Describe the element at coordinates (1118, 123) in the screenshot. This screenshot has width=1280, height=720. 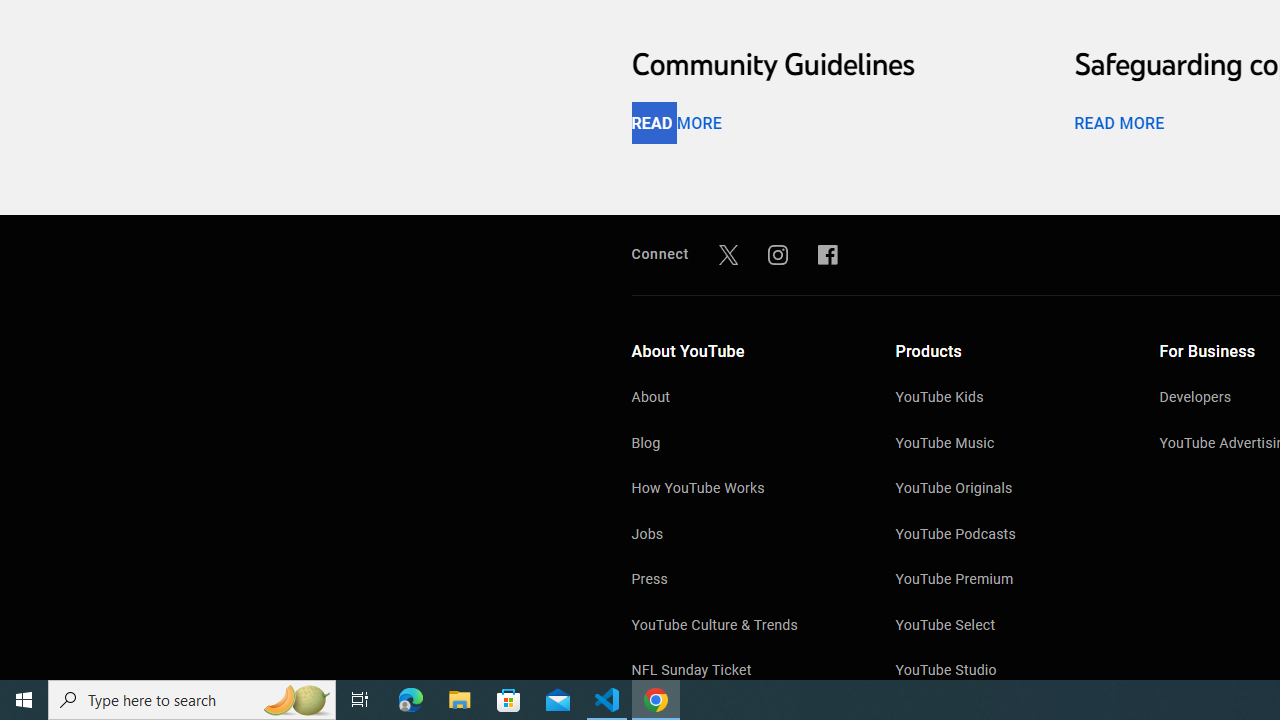
I see `'READ MORE'` at that location.